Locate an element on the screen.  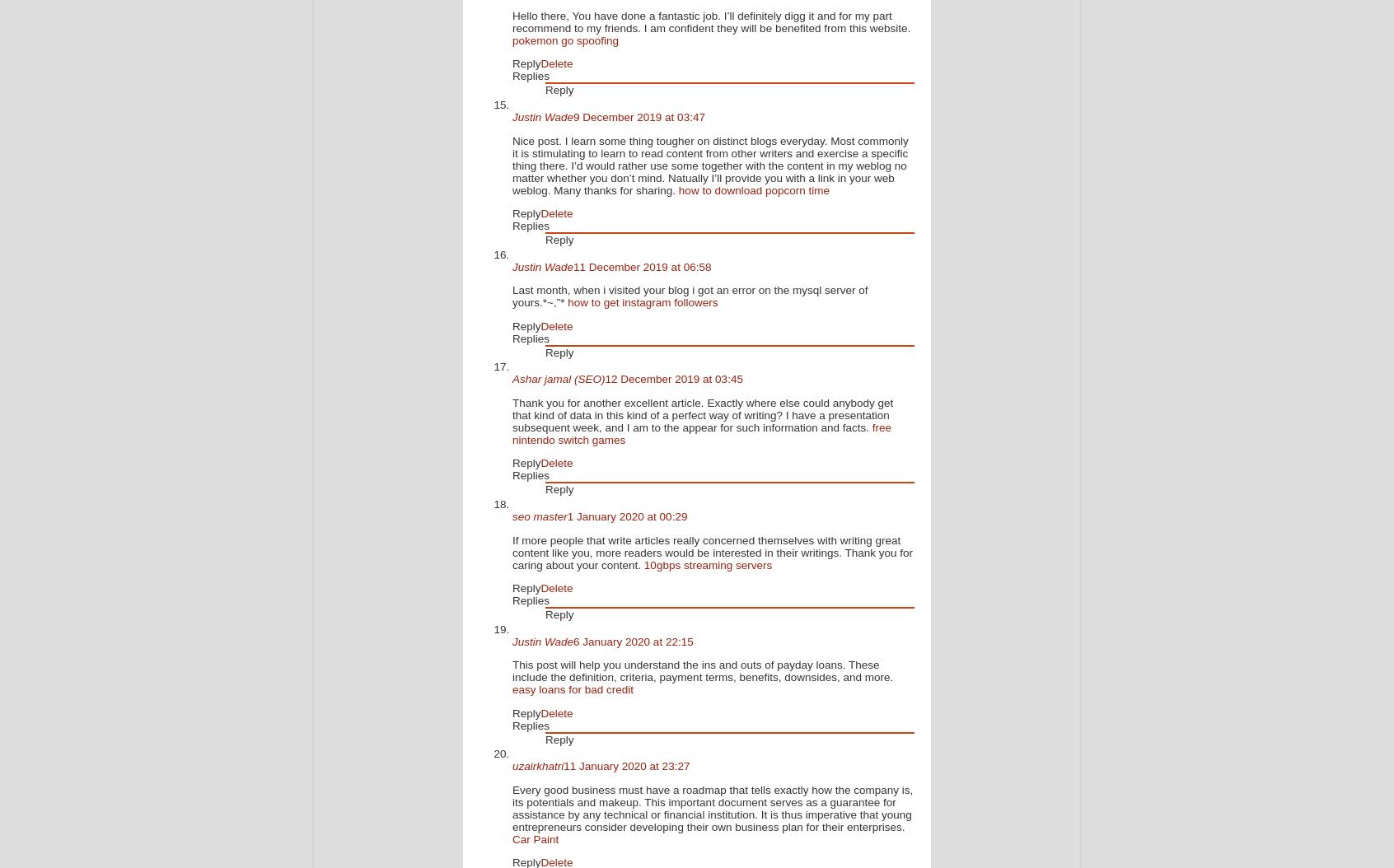
'1 January 2020 at 00:29' is located at coordinates (626, 516).